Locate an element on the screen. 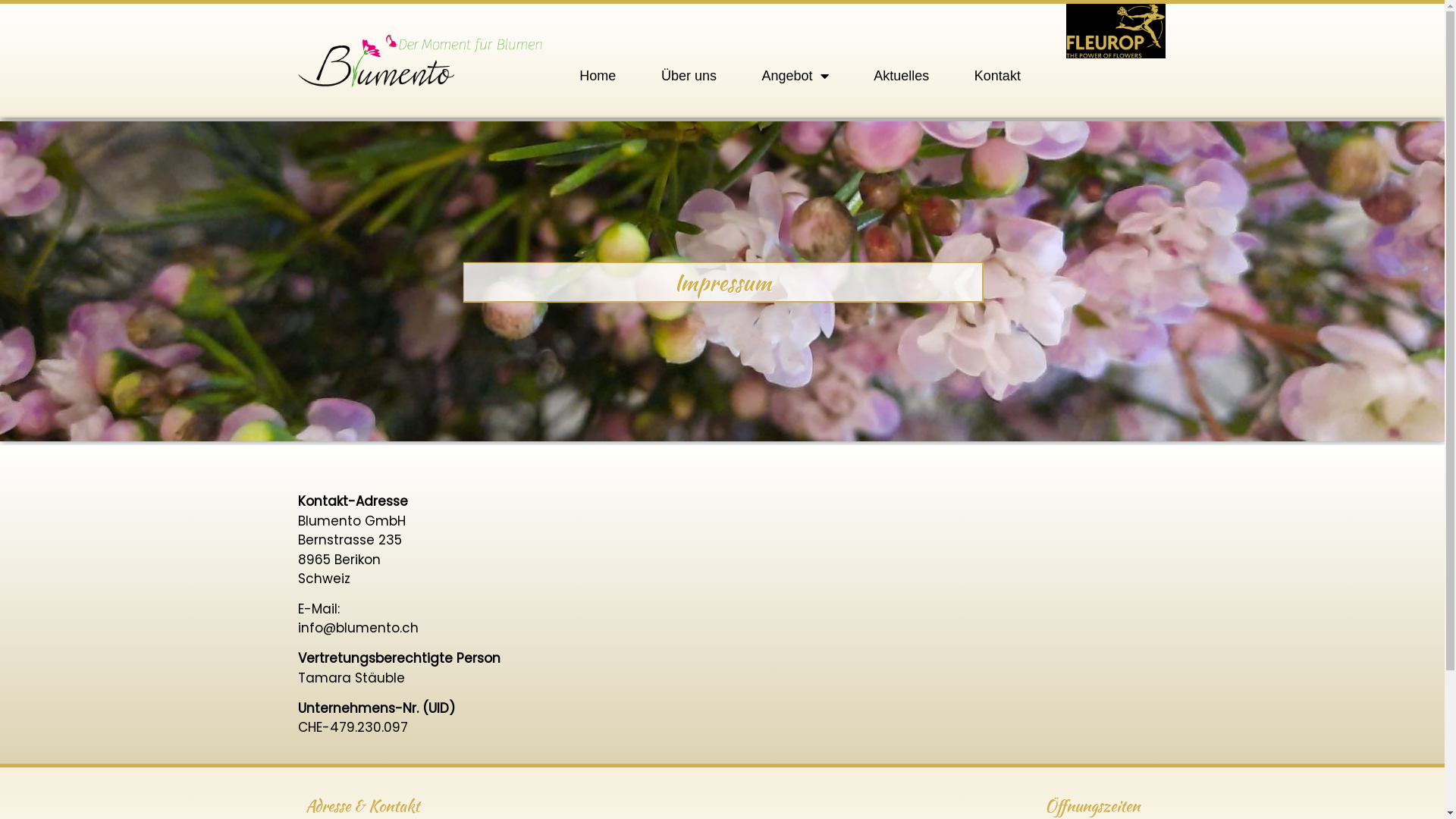  'Aktuelles' is located at coordinates (901, 76).